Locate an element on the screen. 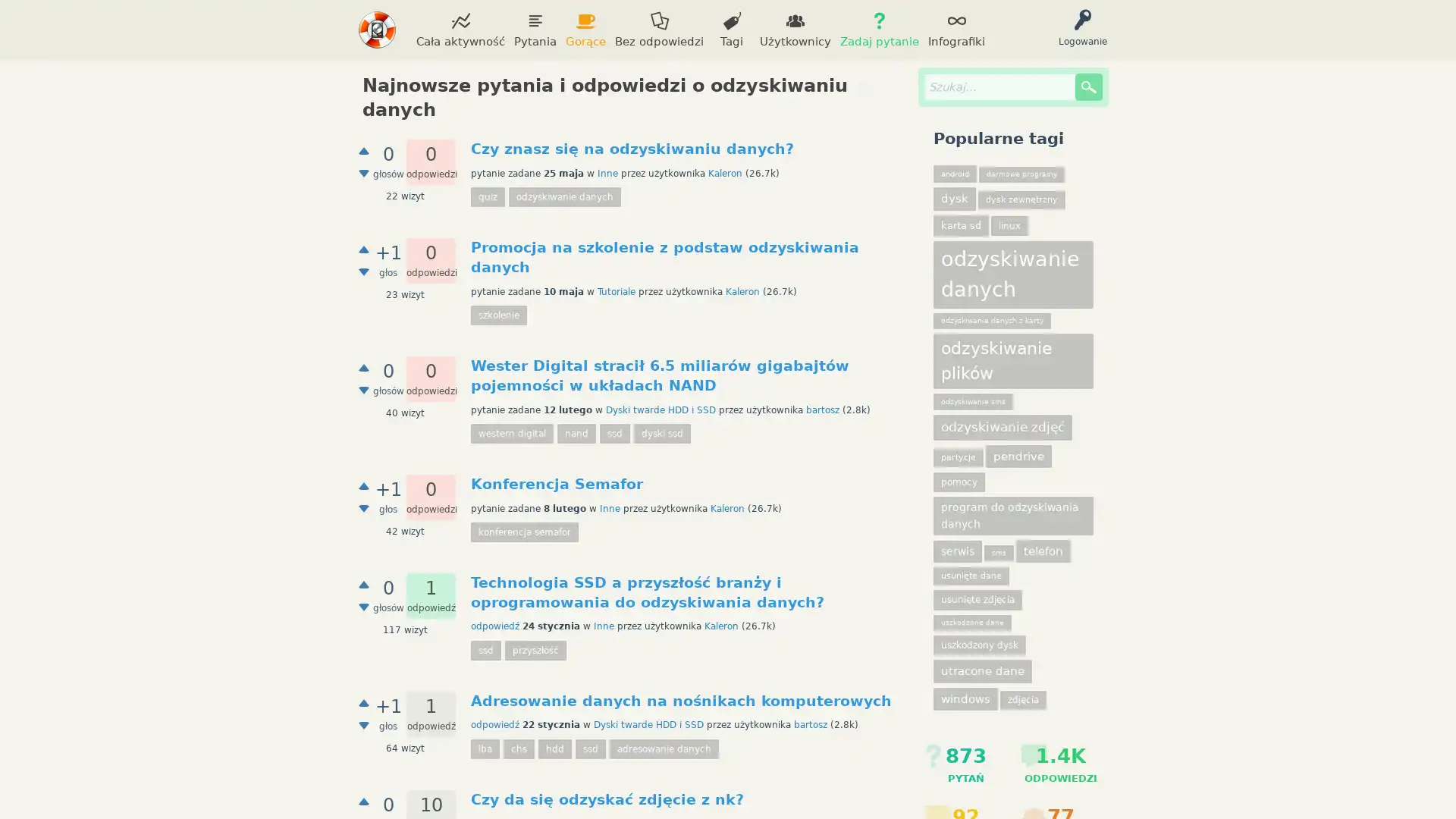 The height and width of the screenshot is (819, 1456). + is located at coordinates (364, 800).